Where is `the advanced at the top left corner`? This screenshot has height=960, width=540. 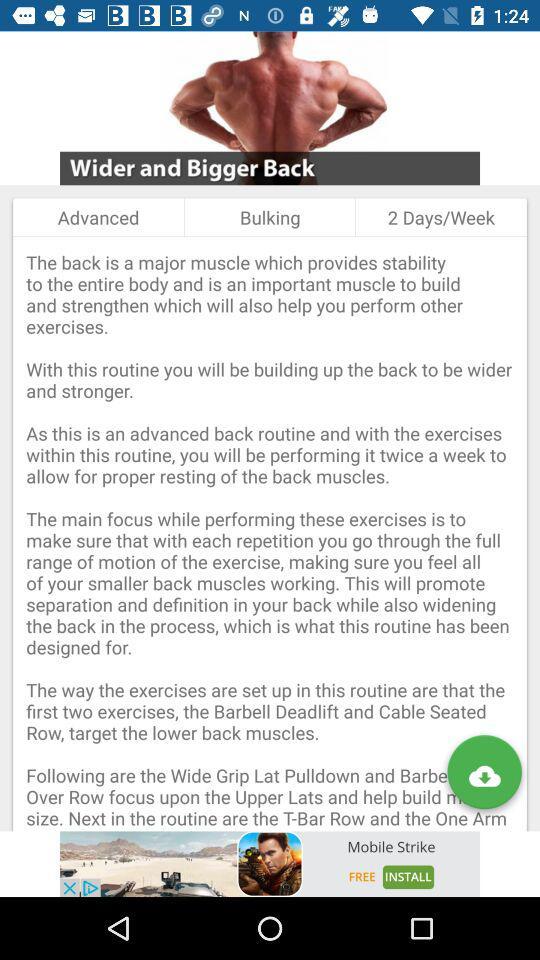
the advanced at the top left corner is located at coordinates (97, 217).